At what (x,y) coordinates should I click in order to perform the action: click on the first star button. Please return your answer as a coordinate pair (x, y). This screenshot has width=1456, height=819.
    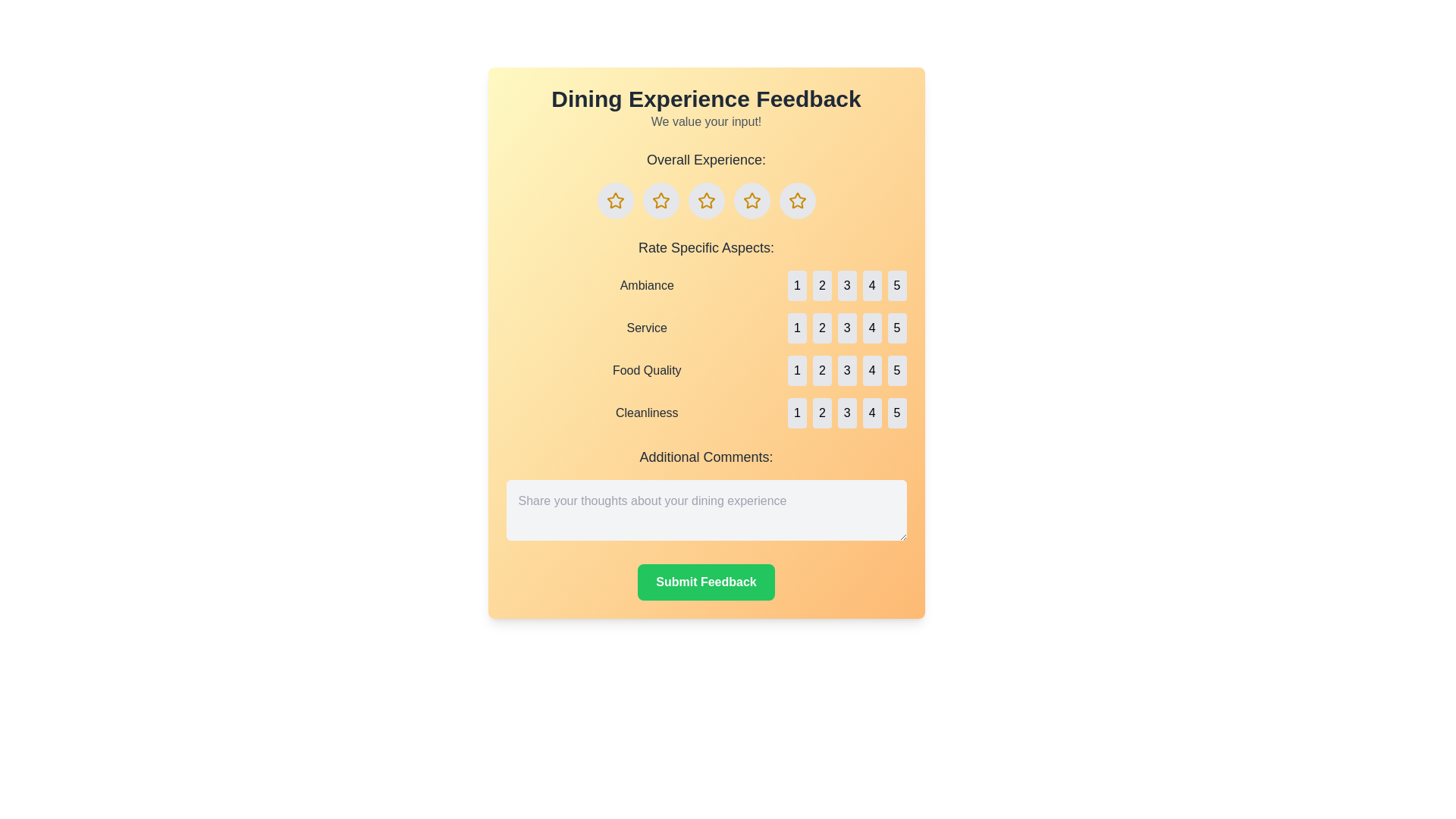
    Looking at the image, I should click on (615, 200).